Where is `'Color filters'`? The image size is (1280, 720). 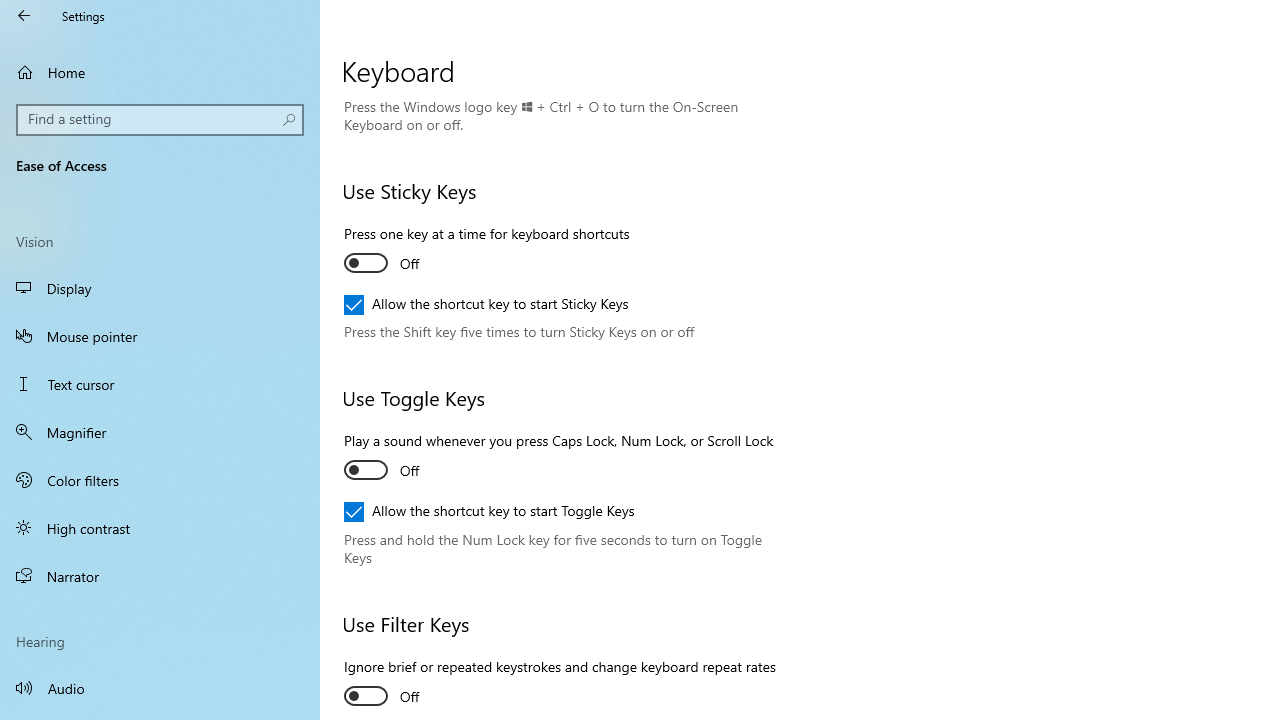
'Color filters' is located at coordinates (160, 479).